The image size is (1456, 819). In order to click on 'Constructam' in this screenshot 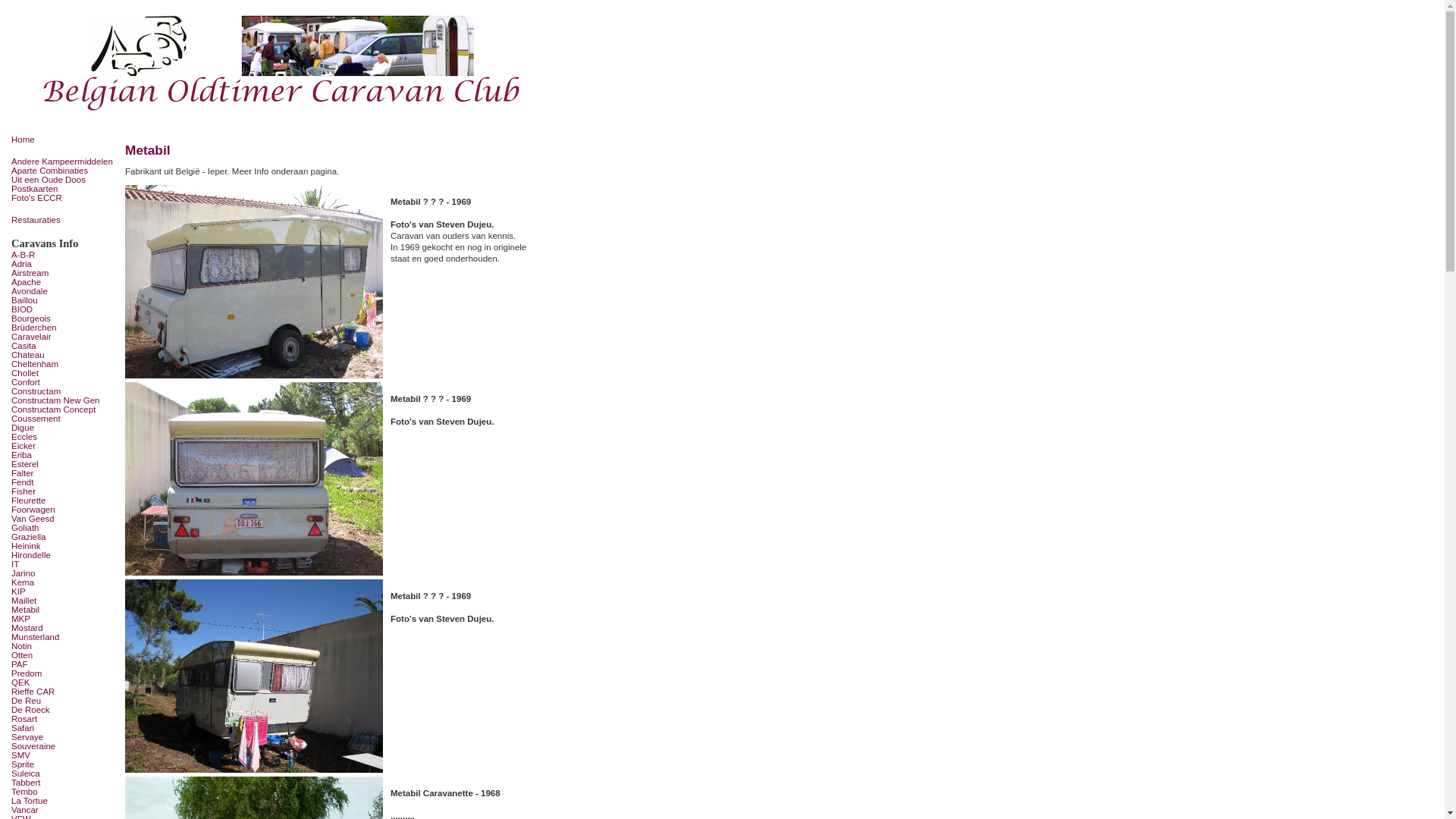, I will do `click(64, 391)`.